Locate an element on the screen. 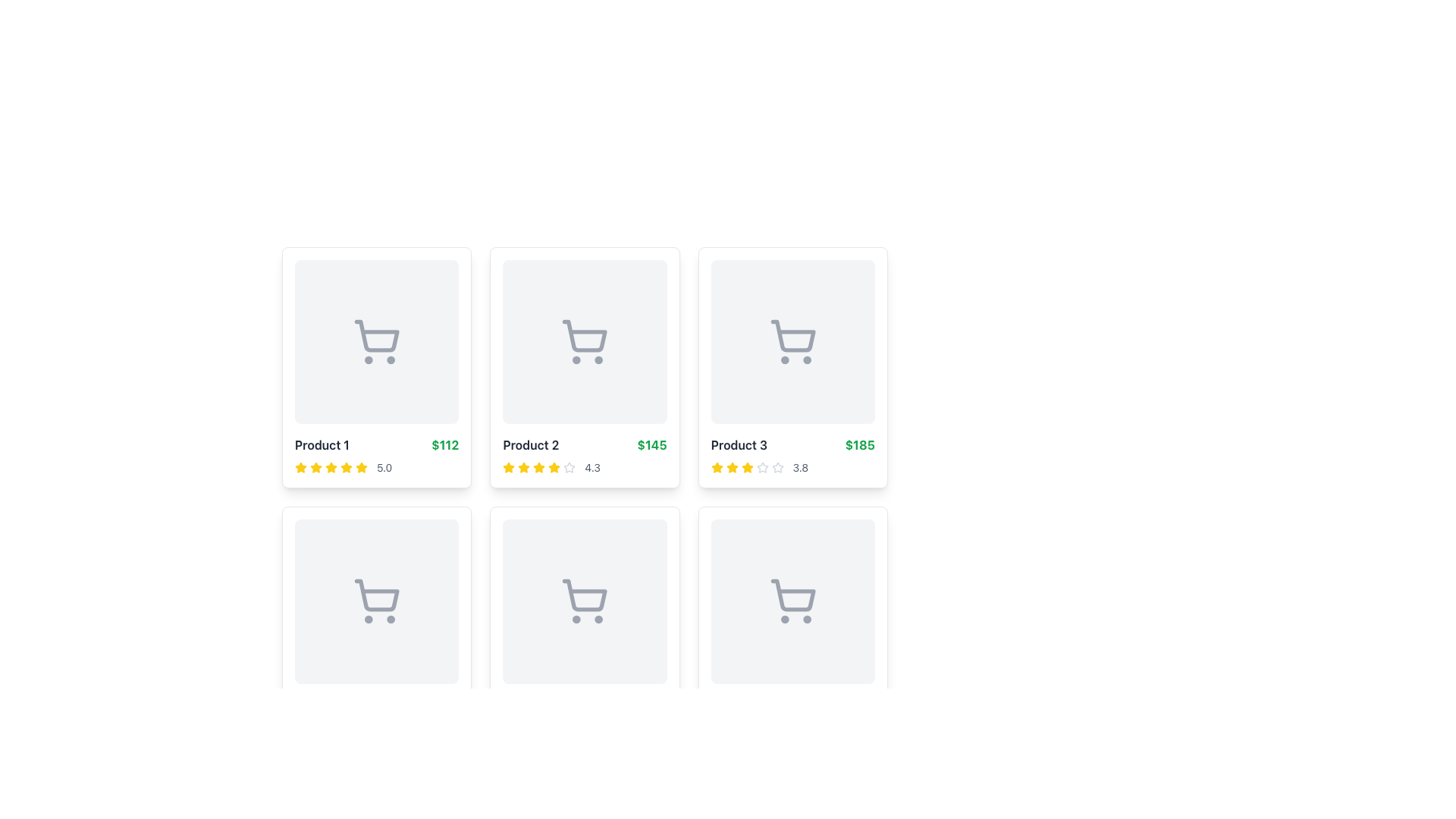 The width and height of the screenshot is (1456, 819). the second star icon in the rating group for 'Product 2' is located at coordinates (524, 467).